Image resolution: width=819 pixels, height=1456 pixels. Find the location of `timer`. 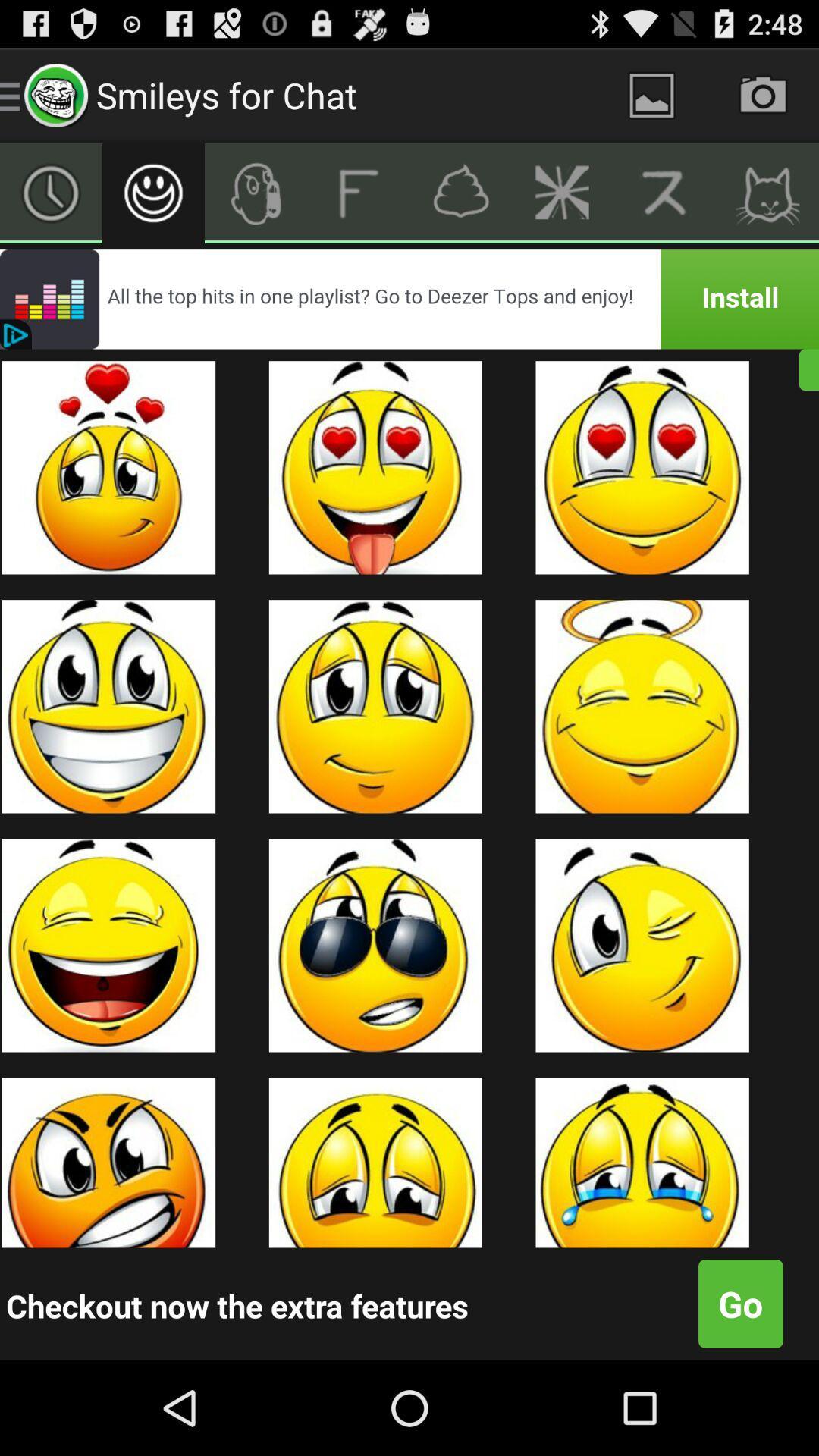

timer is located at coordinates (50, 192).